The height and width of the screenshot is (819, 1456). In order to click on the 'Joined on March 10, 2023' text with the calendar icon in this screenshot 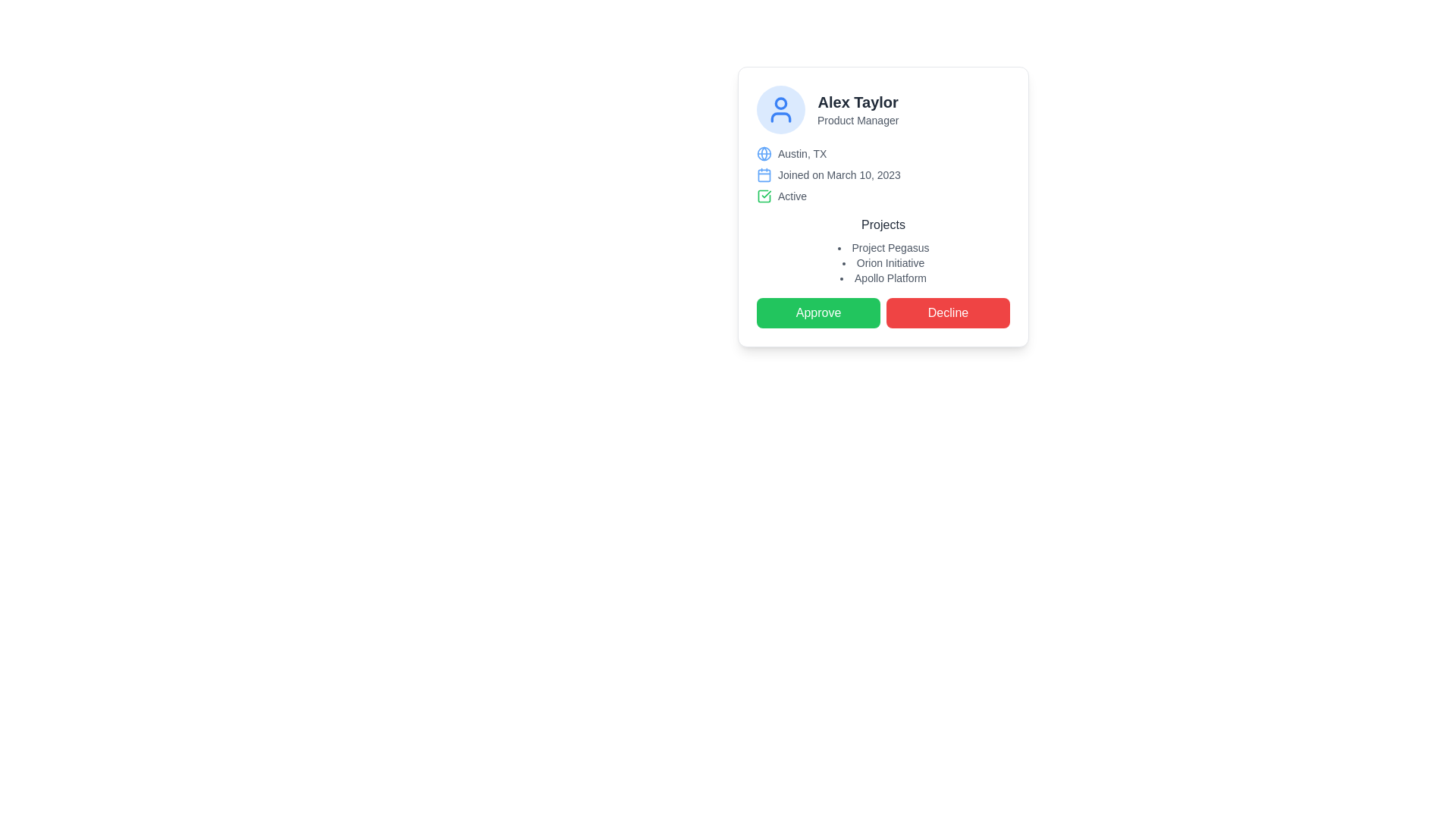, I will do `click(883, 174)`.